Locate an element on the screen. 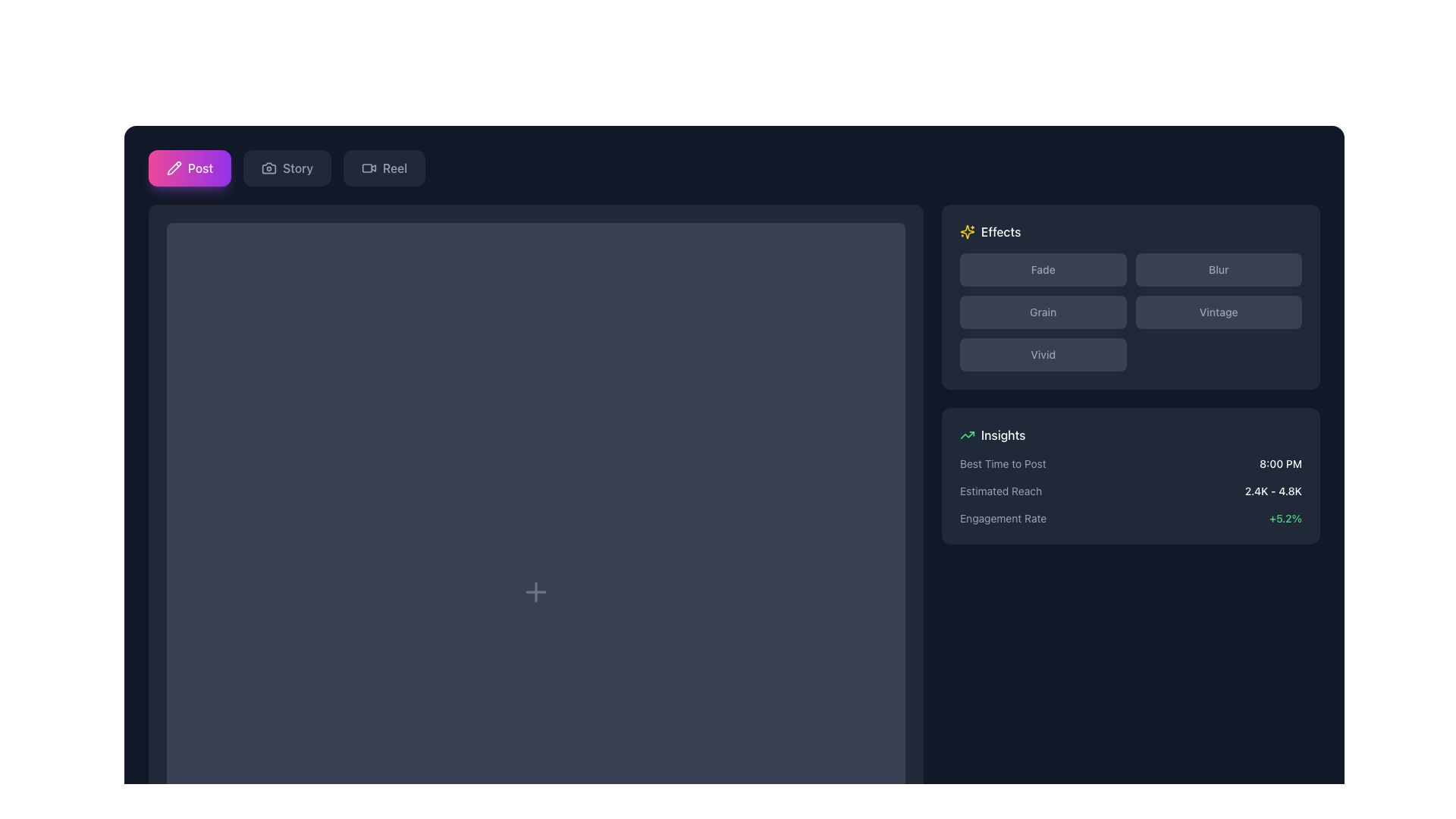 This screenshot has height=819, width=1456. the circular icon with a plus symbol ('+') is located at coordinates (535, 591).